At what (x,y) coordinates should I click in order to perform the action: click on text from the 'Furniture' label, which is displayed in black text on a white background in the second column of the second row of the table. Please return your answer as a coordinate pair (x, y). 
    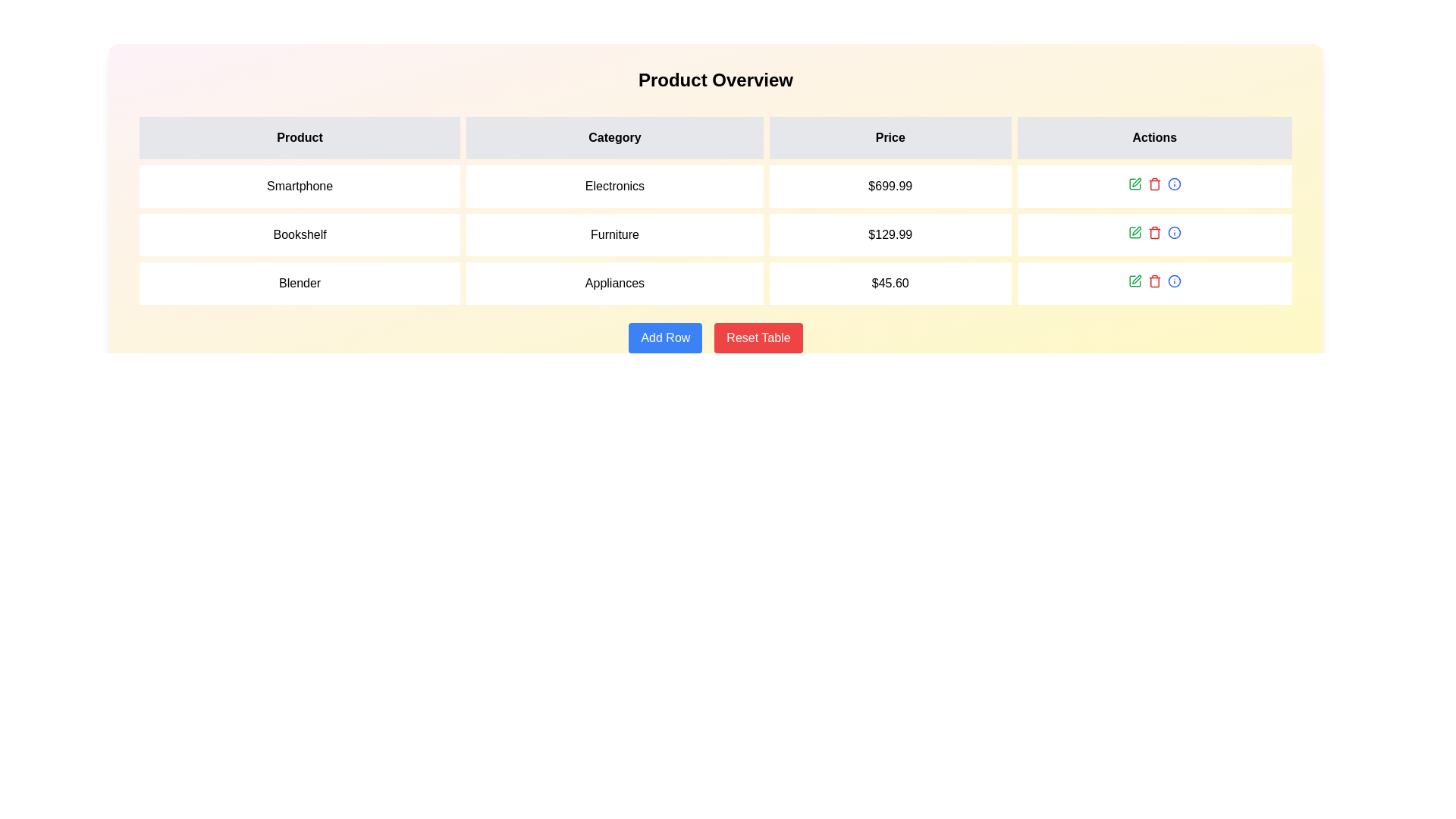
    Looking at the image, I should click on (615, 234).